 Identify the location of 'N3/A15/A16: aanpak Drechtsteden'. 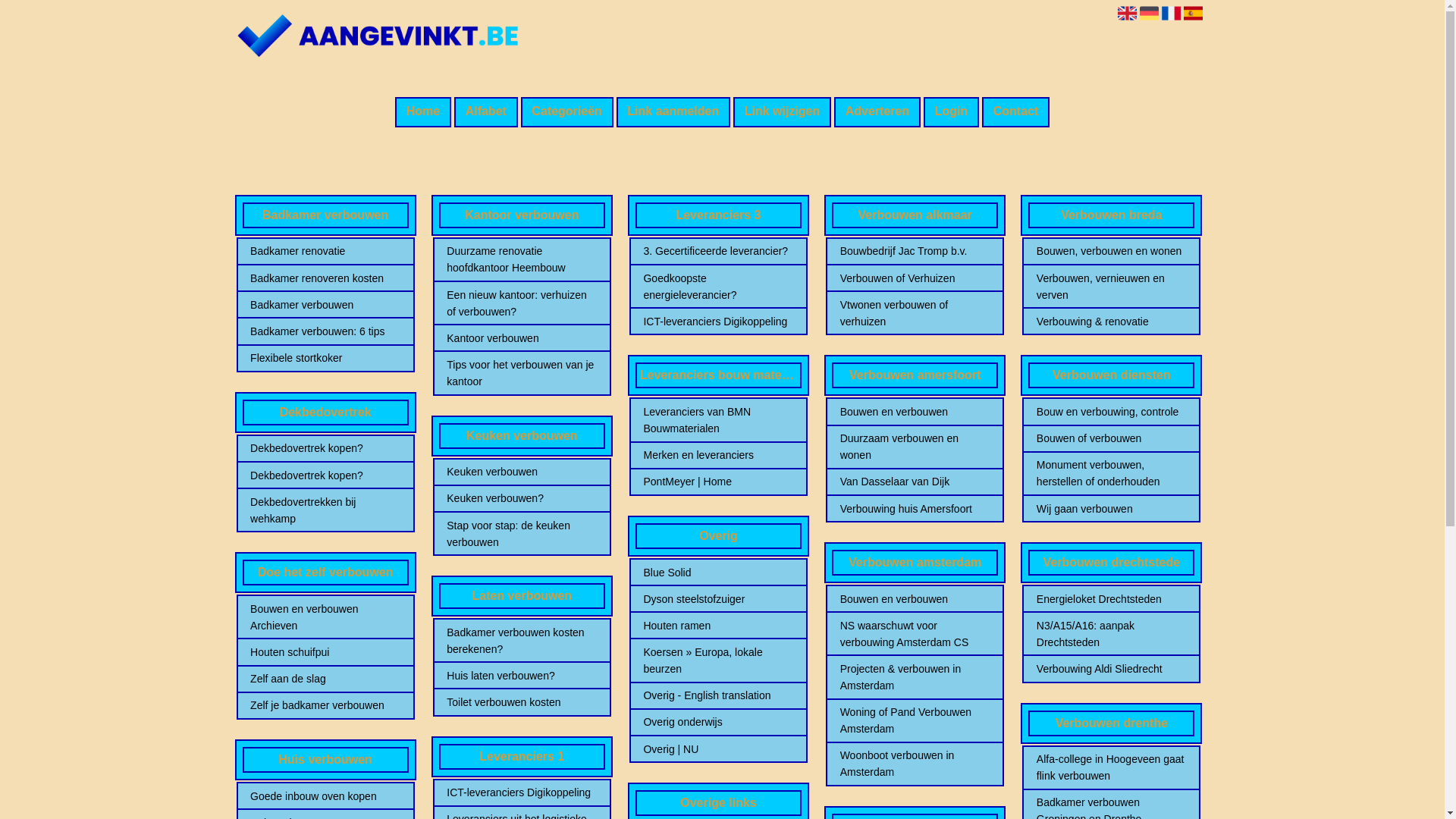
(1111, 634).